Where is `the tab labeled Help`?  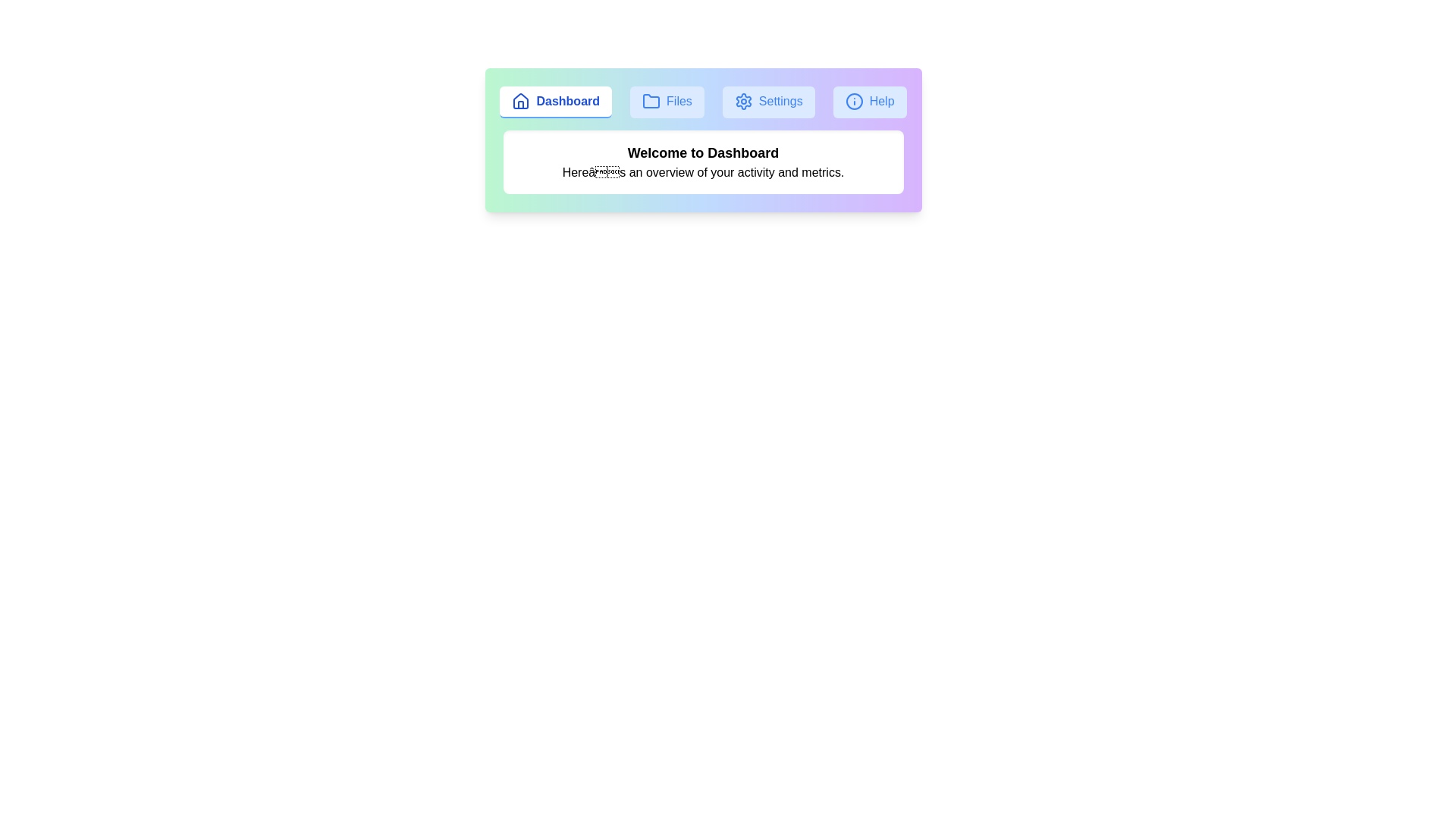 the tab labeled Help is located at coordinates (870, 102).